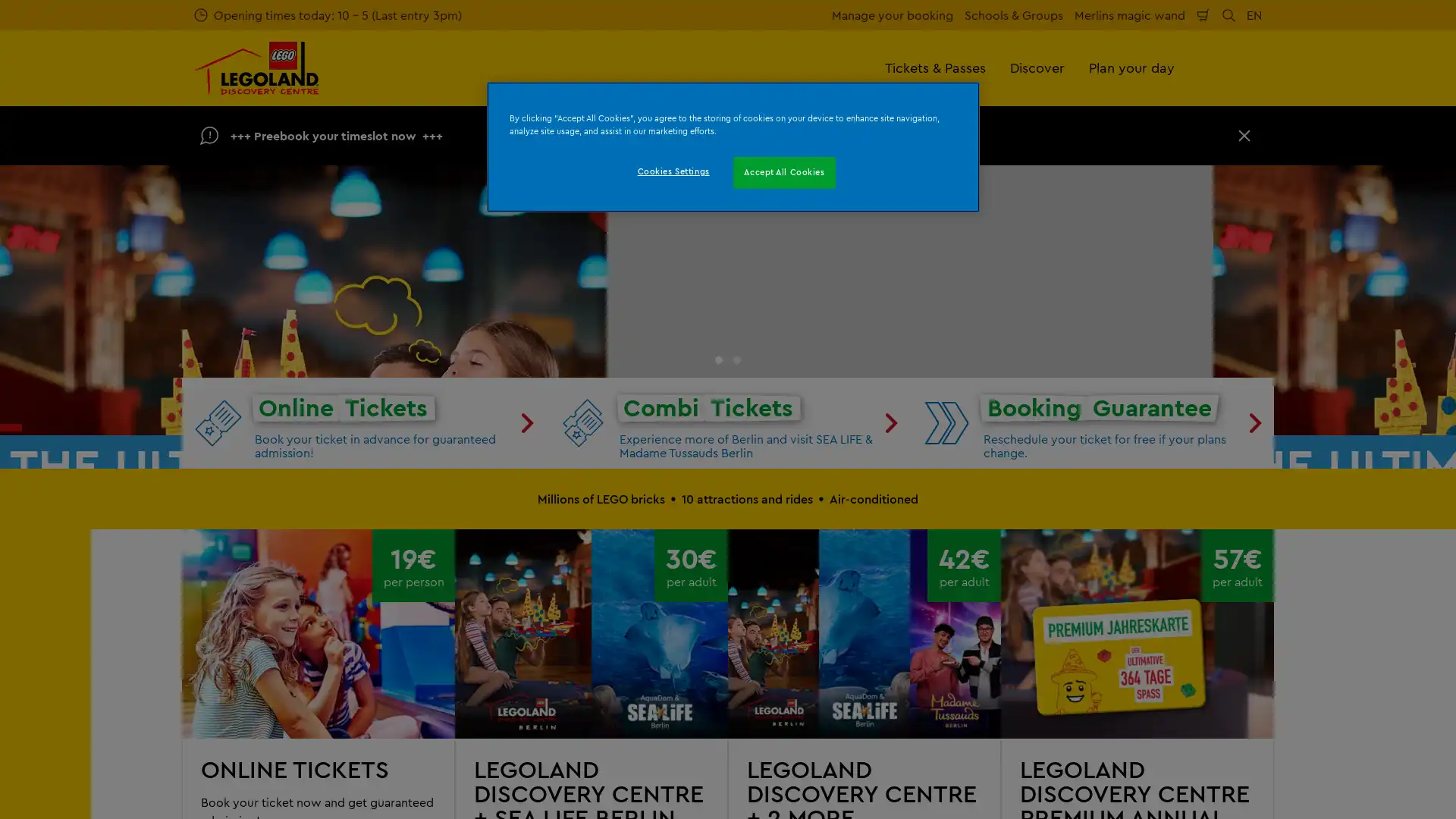  I want to click on Shopping Cart, so click(1203, 14).